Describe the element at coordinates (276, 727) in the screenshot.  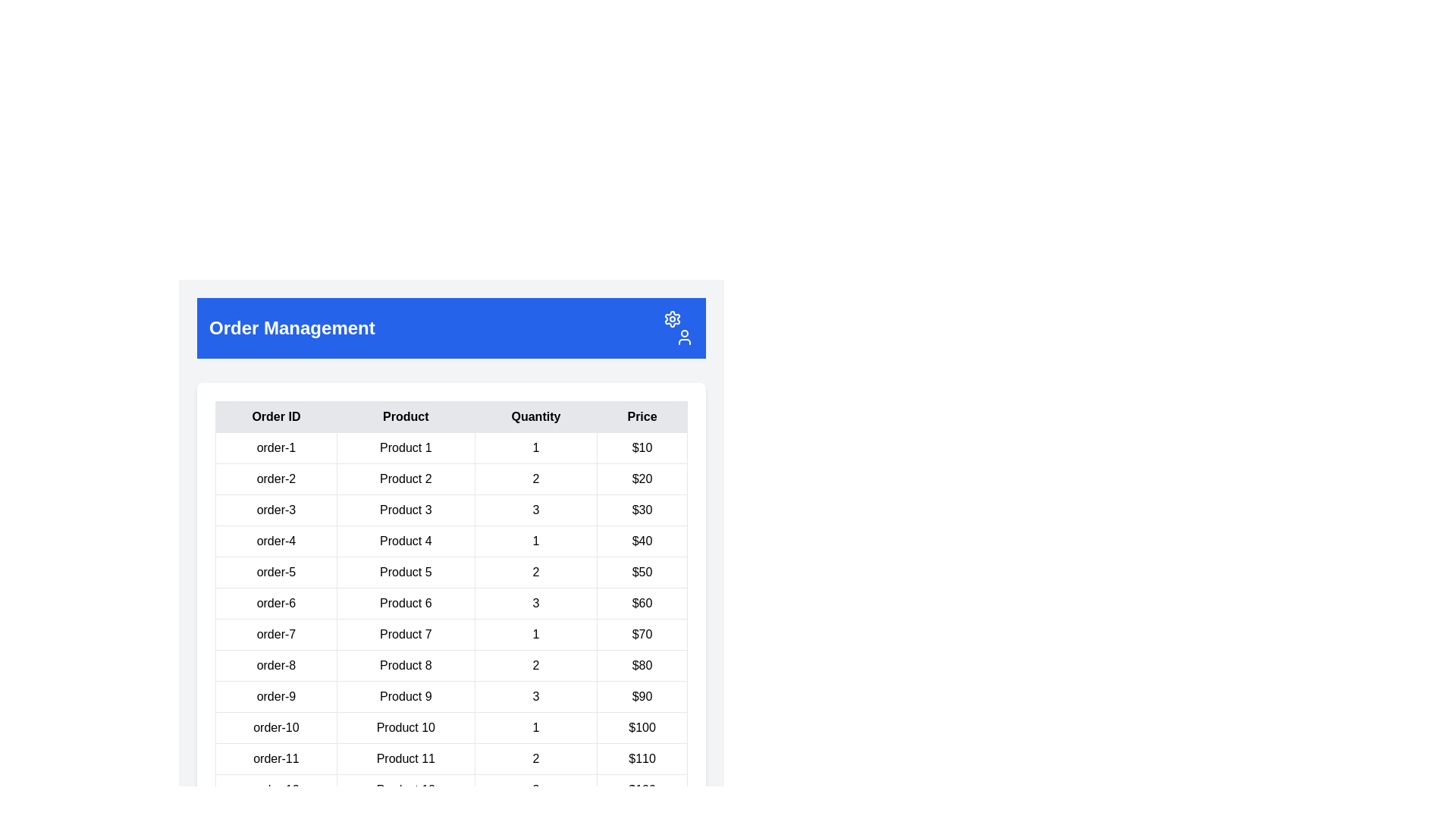
I see `the static text label displaying the order identifier located in the first cell of the 10th row under the 'Order ID' column` at that location.